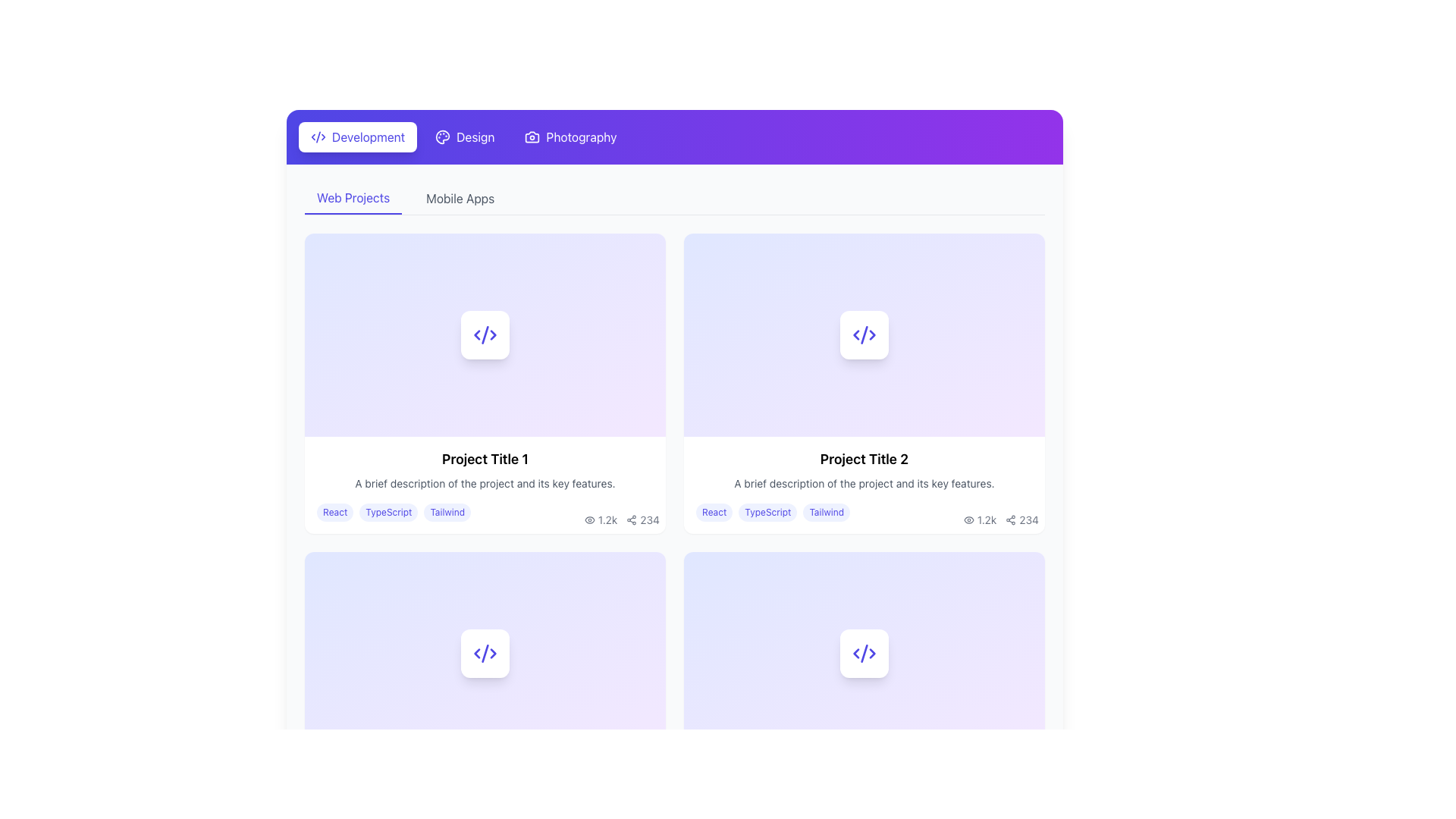  I want to click on the 'Design' navigation button using keyboard navigation, so click(464, 137).